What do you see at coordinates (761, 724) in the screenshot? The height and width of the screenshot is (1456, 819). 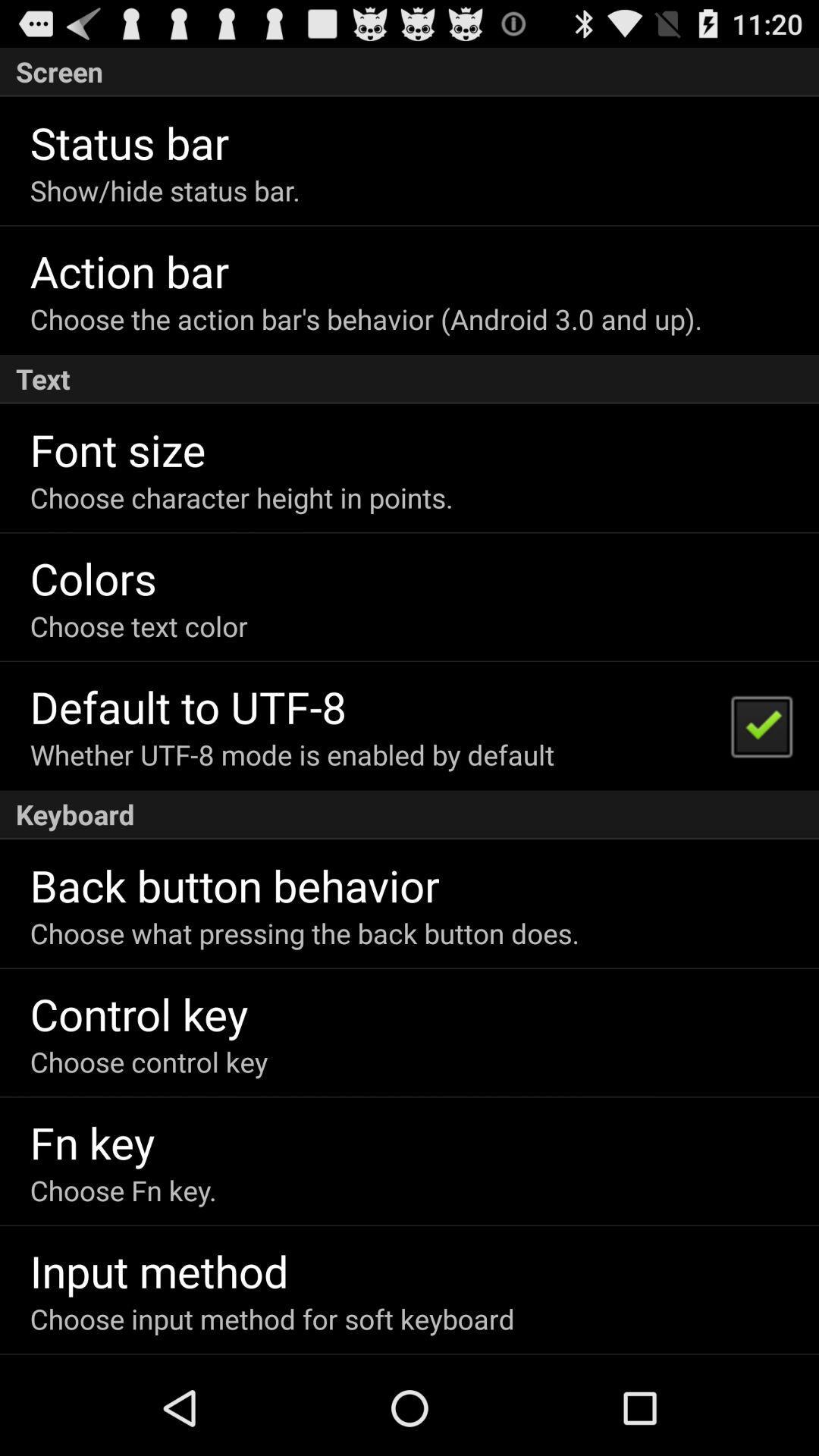 I see `the item above keyboard icon` at bounding box center [761, 724].